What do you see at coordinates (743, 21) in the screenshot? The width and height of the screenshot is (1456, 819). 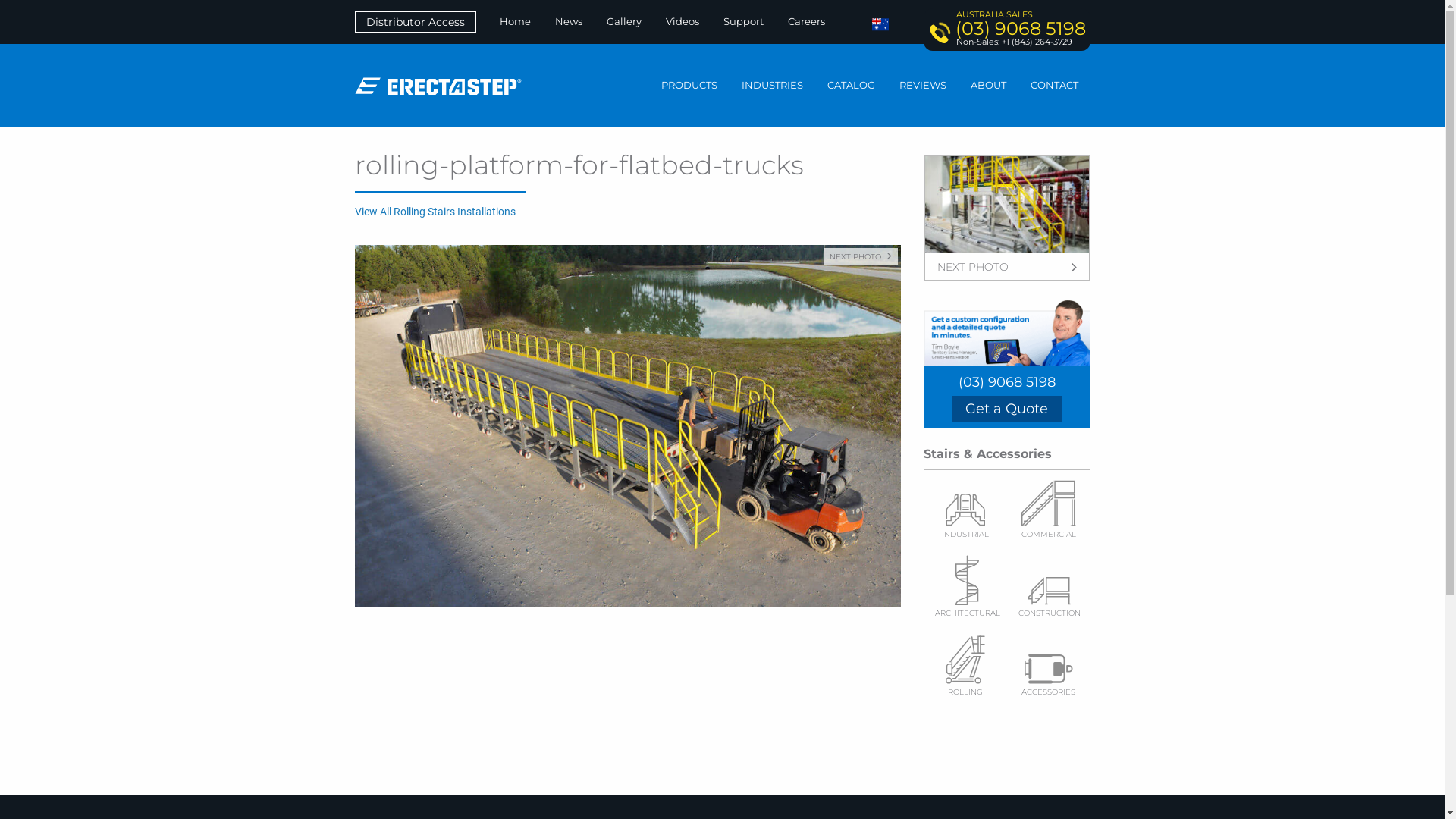 I see `'Support'` at bounding box center [743, 21].